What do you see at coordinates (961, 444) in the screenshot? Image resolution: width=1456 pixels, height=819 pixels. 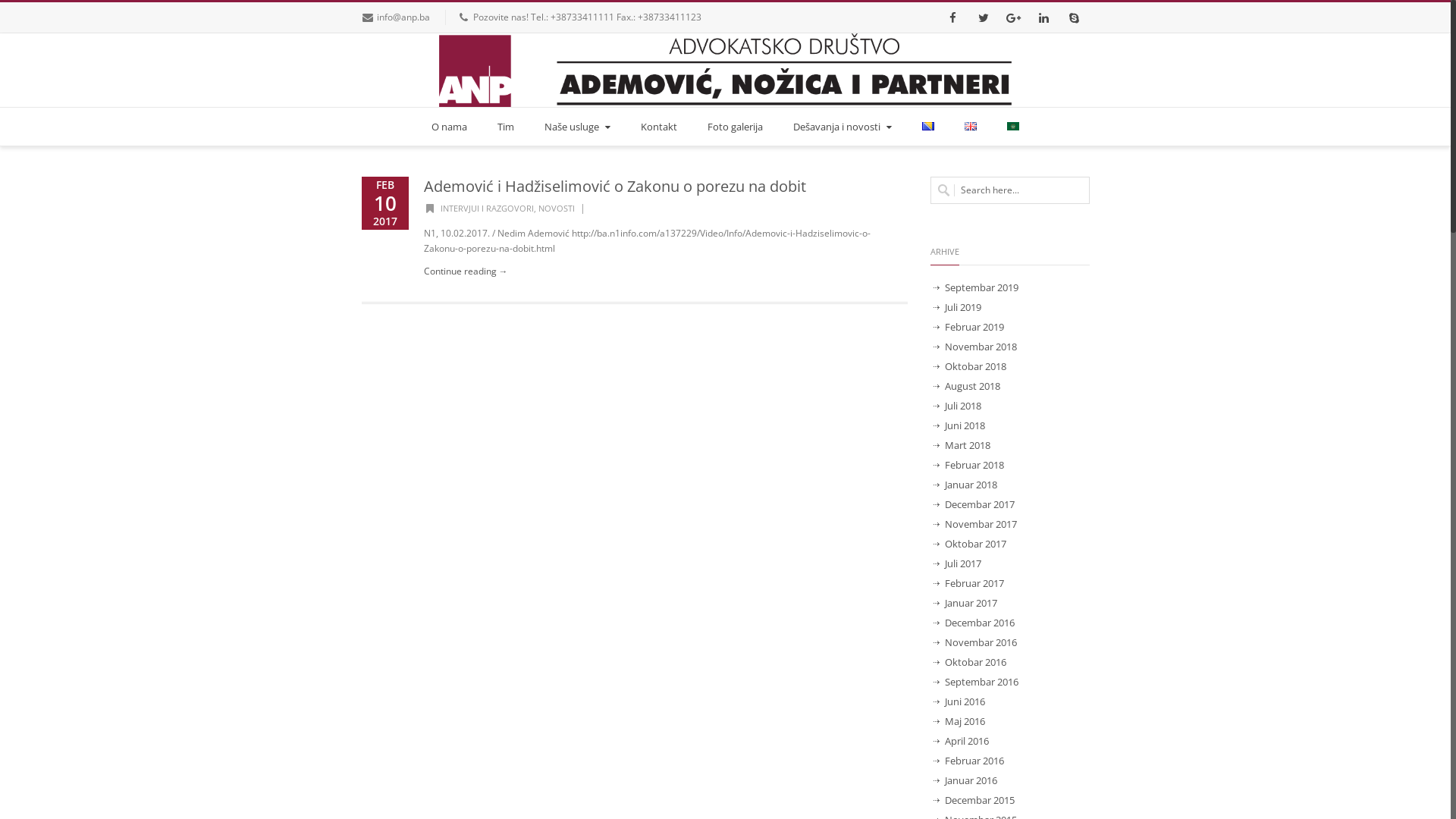 I see `'Mart 2018'` at bounding box center [961, 444].